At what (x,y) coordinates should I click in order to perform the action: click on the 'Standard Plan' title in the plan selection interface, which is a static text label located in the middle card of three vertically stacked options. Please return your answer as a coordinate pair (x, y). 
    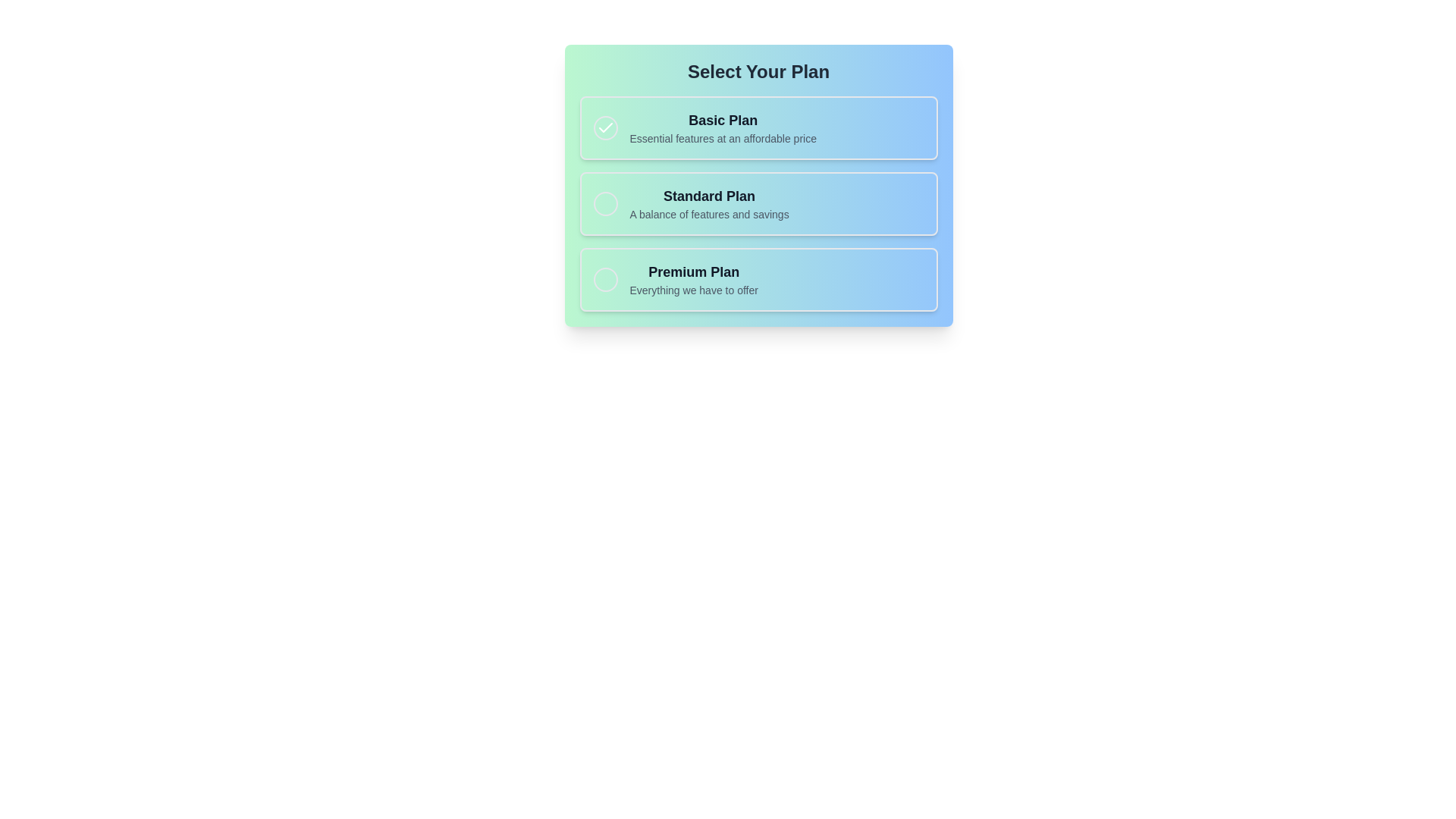
    Looking at the image, I should click on (708, 195).